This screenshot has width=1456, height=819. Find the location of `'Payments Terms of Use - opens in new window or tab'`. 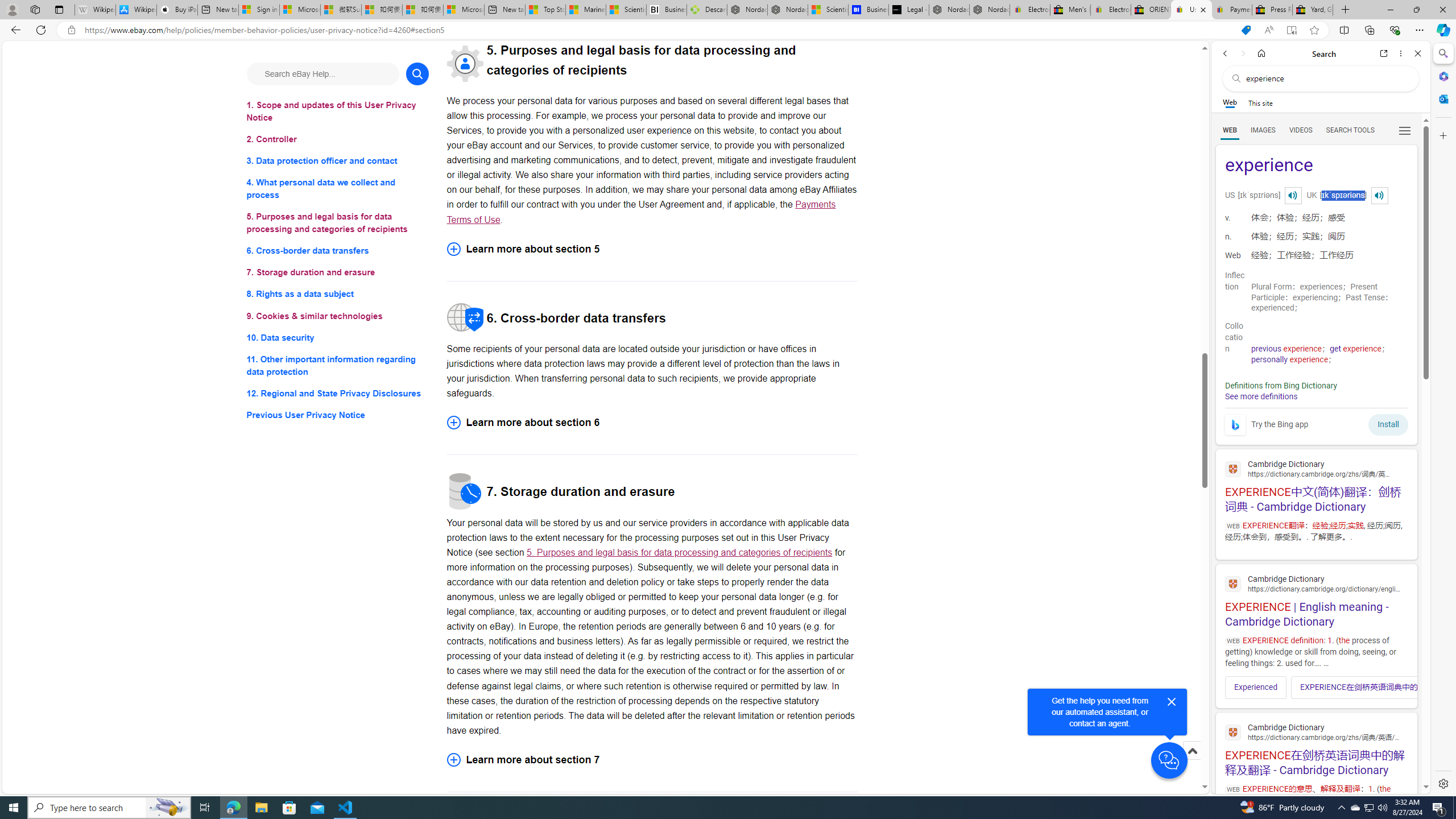

'Payments Terms of Use - opens in new window or tab' is located at coordinates (640, 211).